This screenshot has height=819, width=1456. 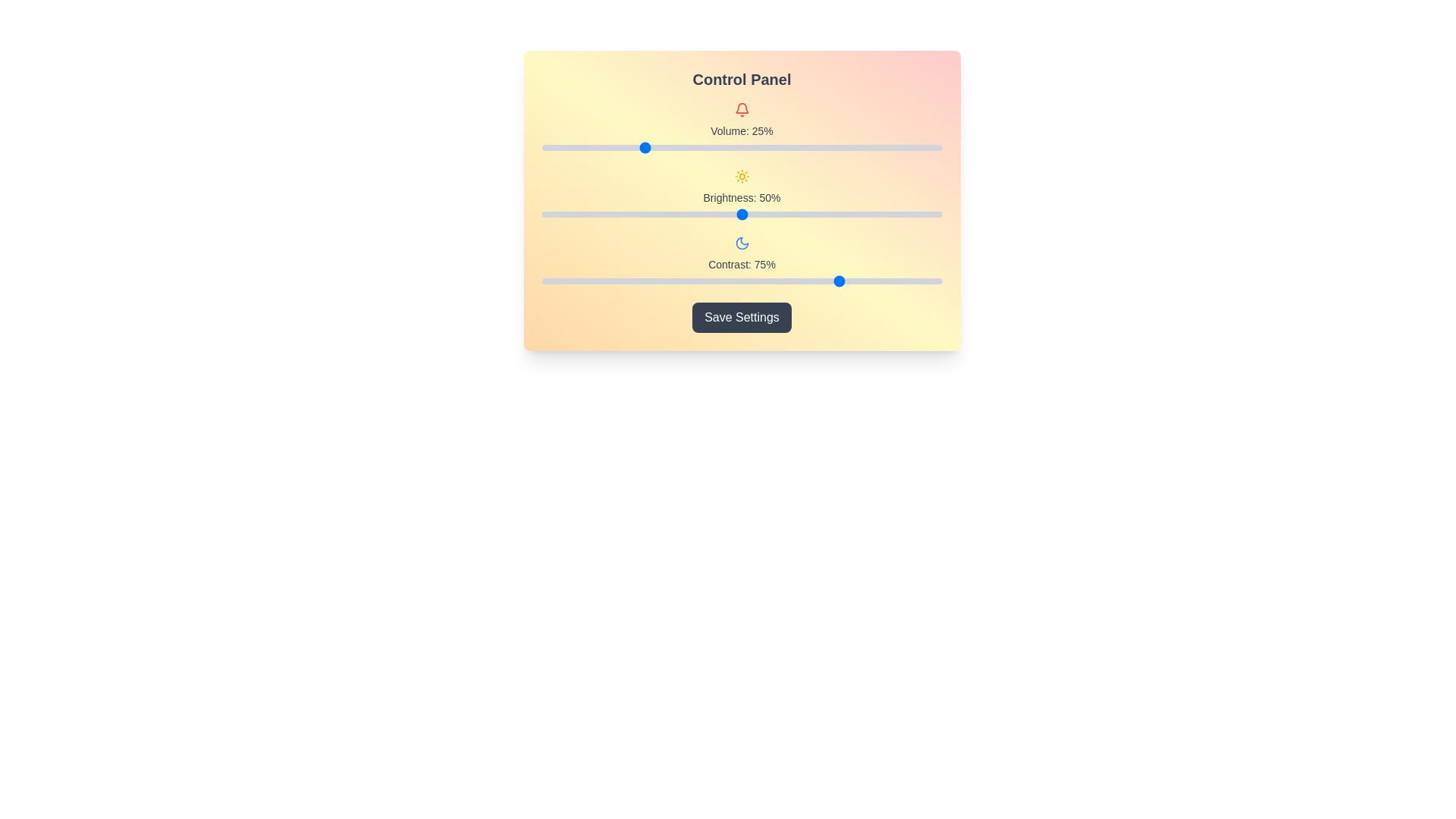 I want to click on the text label that indicates the current brightness level of the interface, which displays a percentage value of 50%, so click(x=742, y=197).